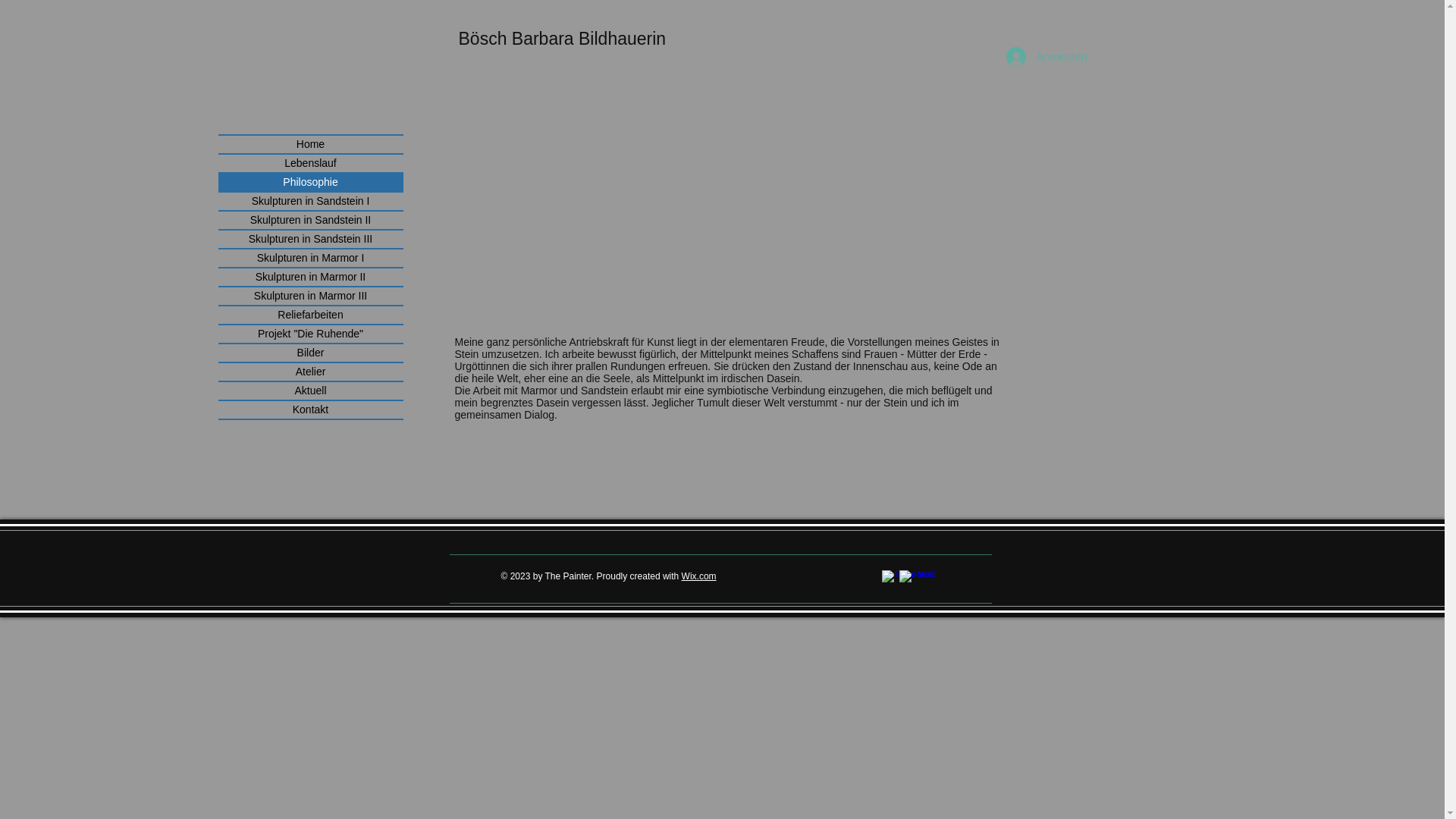 This screenshot has width=1456, height=819. What do you see at coordinates (309, 181) in the screenshot?
I see `'Philosophie'` at bounding box center [309, 181].